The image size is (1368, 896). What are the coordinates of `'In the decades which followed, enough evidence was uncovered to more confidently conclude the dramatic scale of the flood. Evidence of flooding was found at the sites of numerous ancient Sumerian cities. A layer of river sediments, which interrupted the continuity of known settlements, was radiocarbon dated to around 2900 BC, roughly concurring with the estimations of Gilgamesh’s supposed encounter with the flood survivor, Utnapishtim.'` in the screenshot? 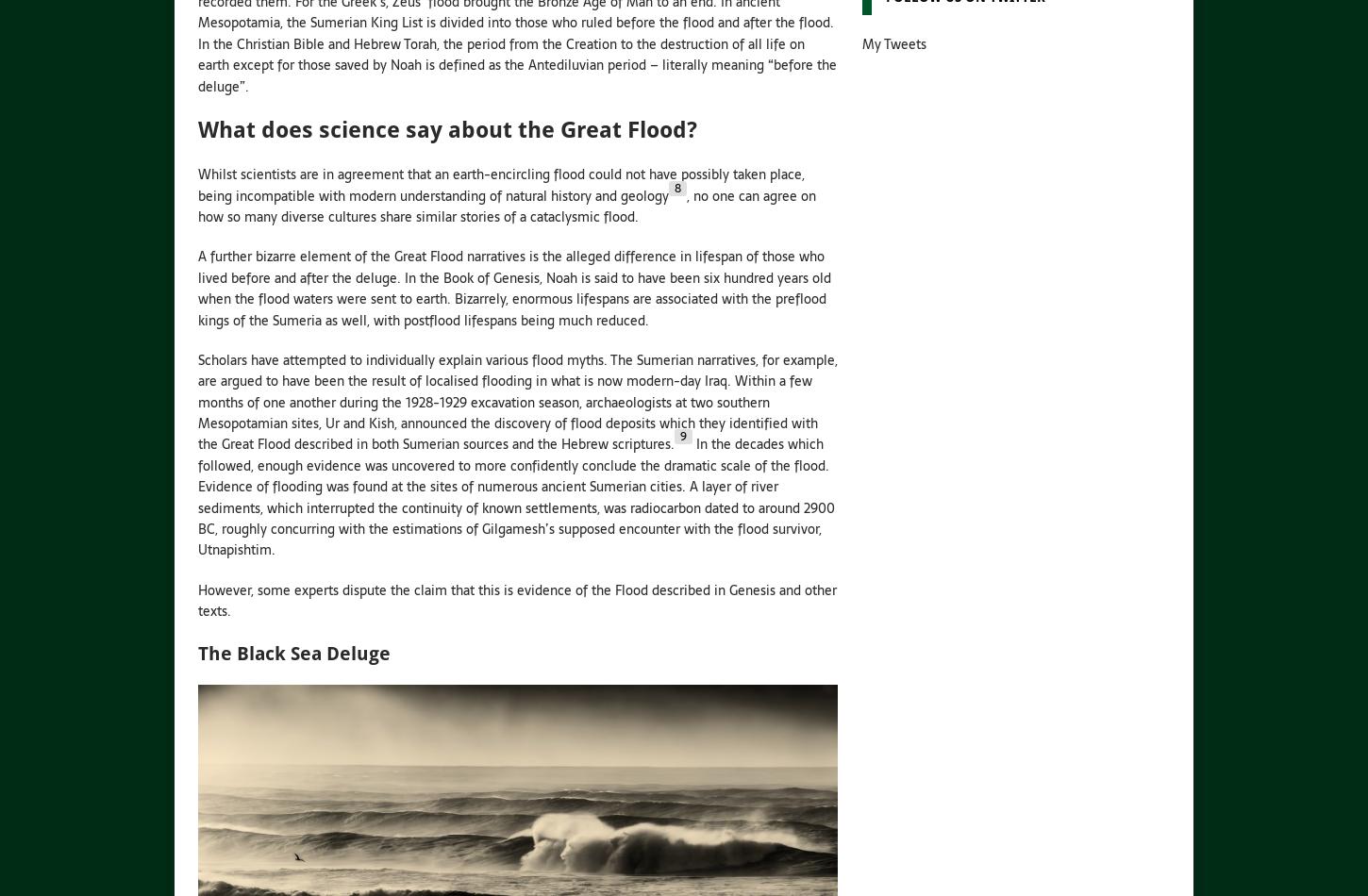 It's located at (196, 496).